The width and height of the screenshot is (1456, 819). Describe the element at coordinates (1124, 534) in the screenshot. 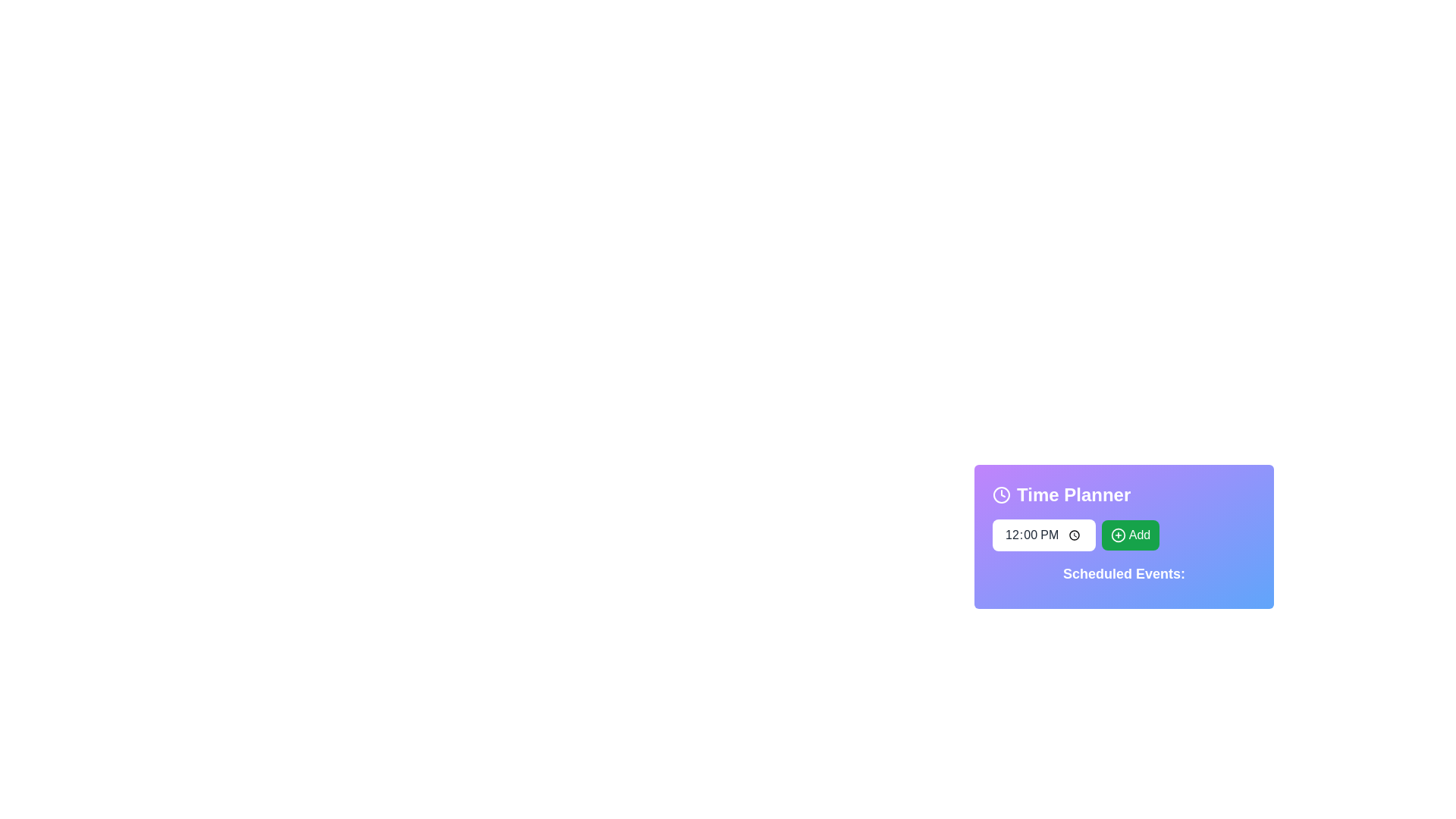

I see `the button located to the right of the '12:00 PM' time input field in the 'Time Planner' section` at that location.